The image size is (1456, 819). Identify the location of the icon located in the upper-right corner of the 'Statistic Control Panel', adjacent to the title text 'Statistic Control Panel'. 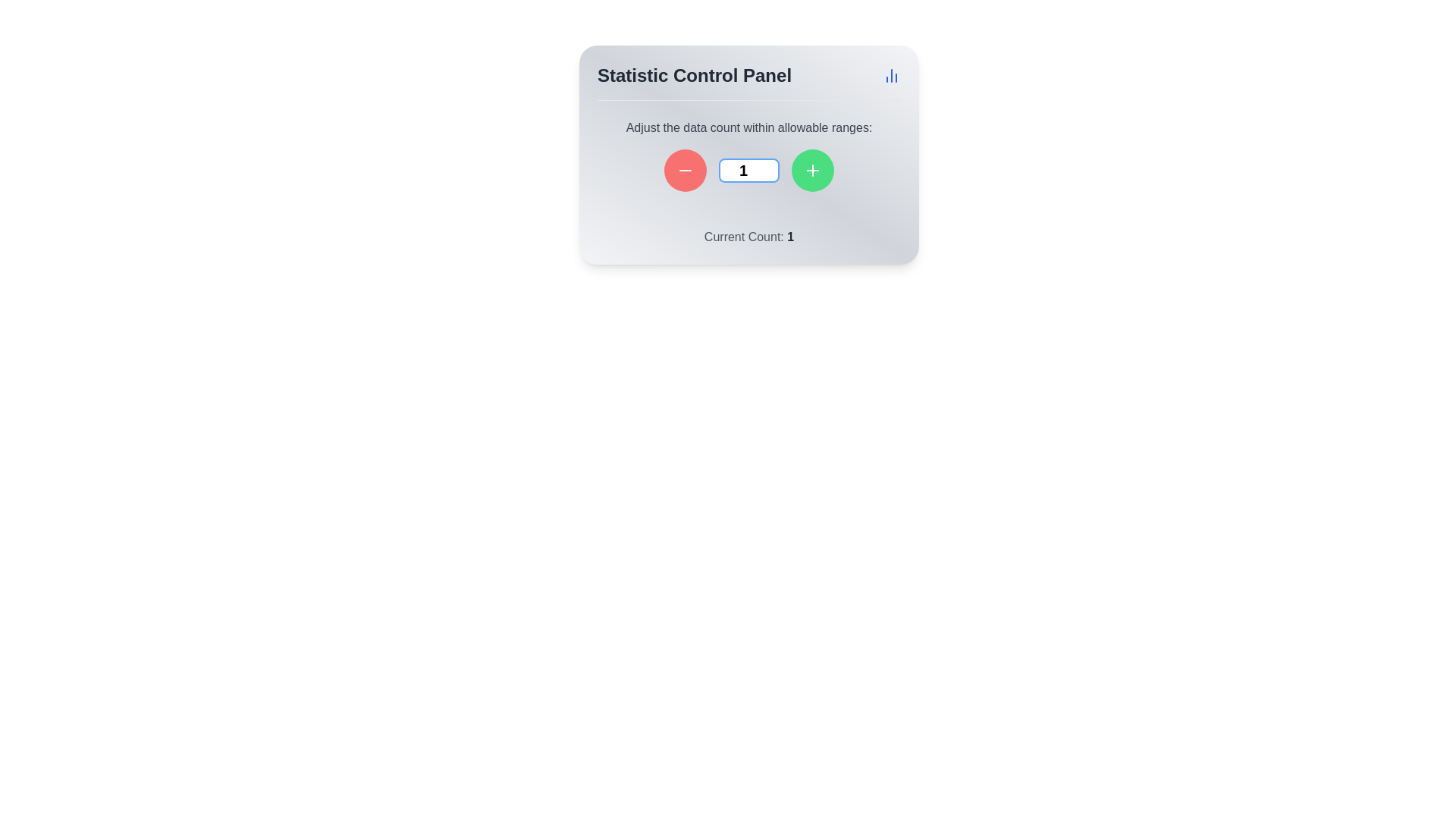
(892, 76).